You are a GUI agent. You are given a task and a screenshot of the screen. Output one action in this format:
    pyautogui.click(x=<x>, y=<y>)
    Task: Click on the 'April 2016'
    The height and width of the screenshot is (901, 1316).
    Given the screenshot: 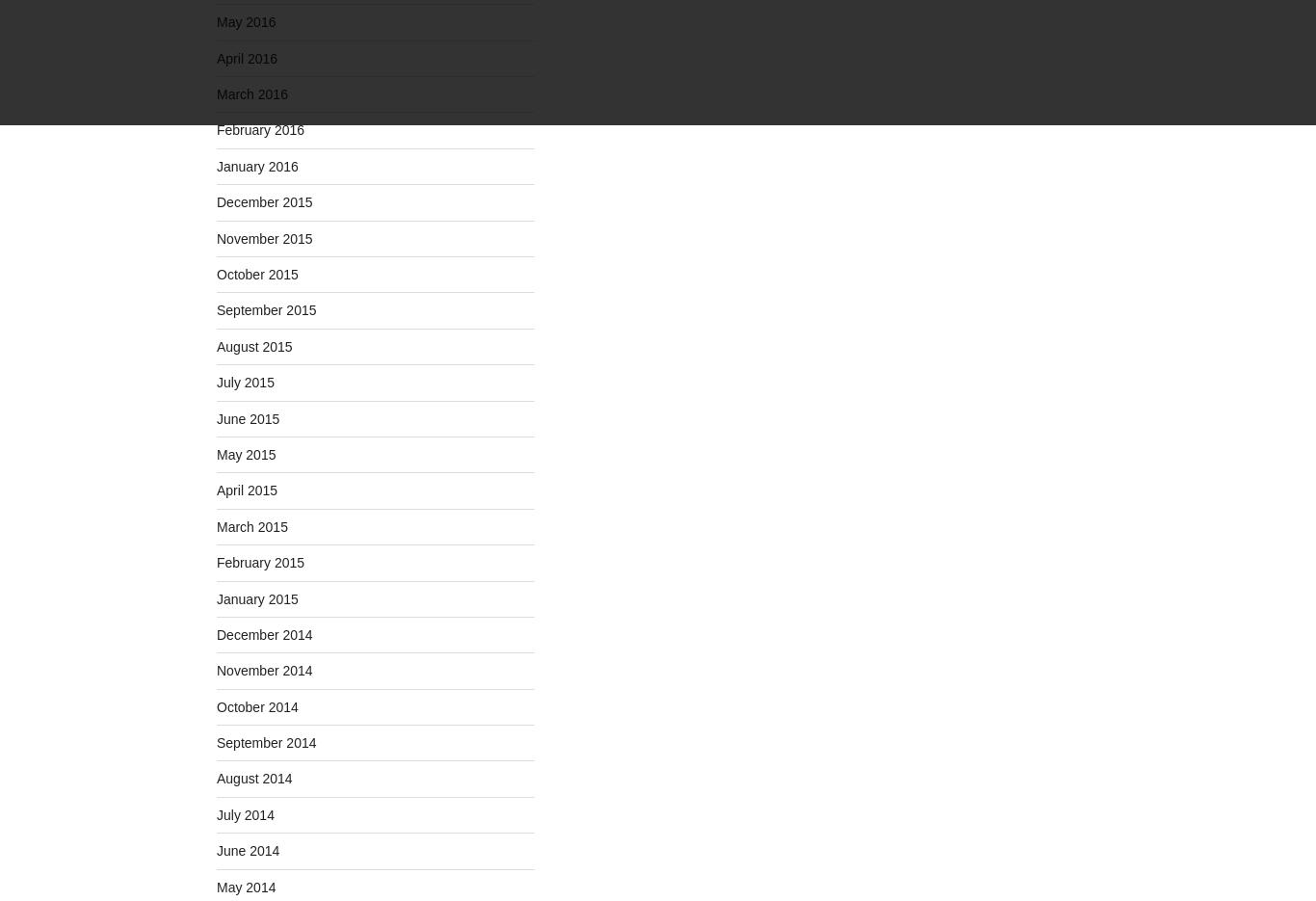 What is the action you would take?
    pyautogui.click(x=247, y=58)
    